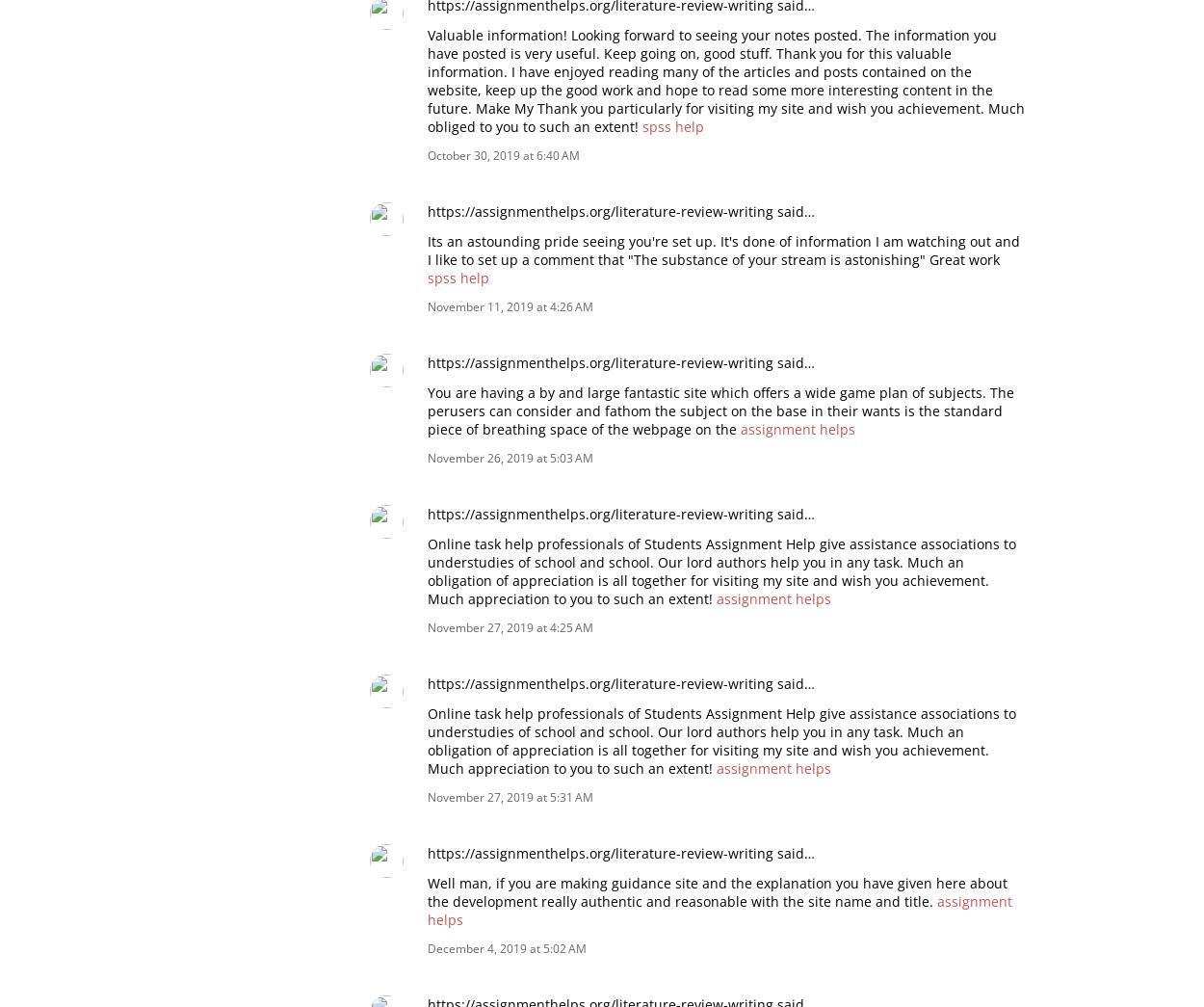 The height and width of the screenshot is (1007, 1204). What do you see at coordinates (510, 456) in the screenshot?
I see `'November 26, 2019 at 5:03 AM'` at bounding box center [510, 456].